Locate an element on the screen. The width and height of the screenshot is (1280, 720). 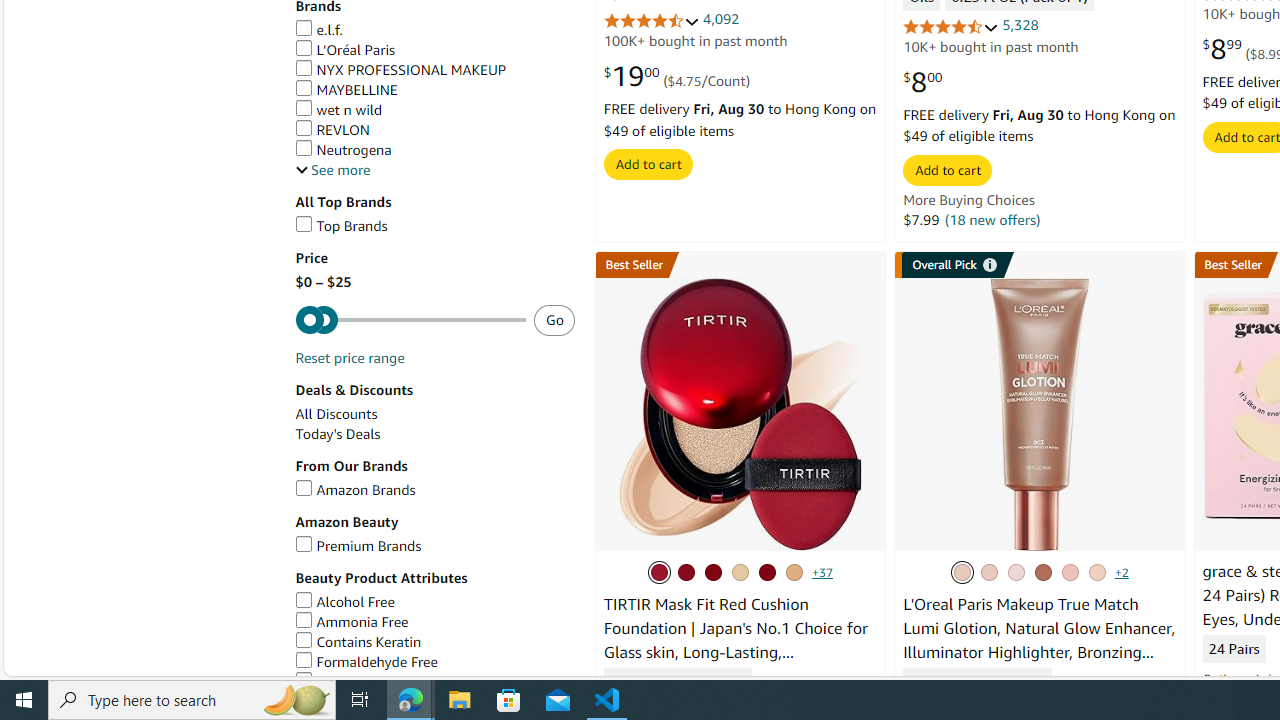
'Top Brands' is located at coordinates (433, 225).